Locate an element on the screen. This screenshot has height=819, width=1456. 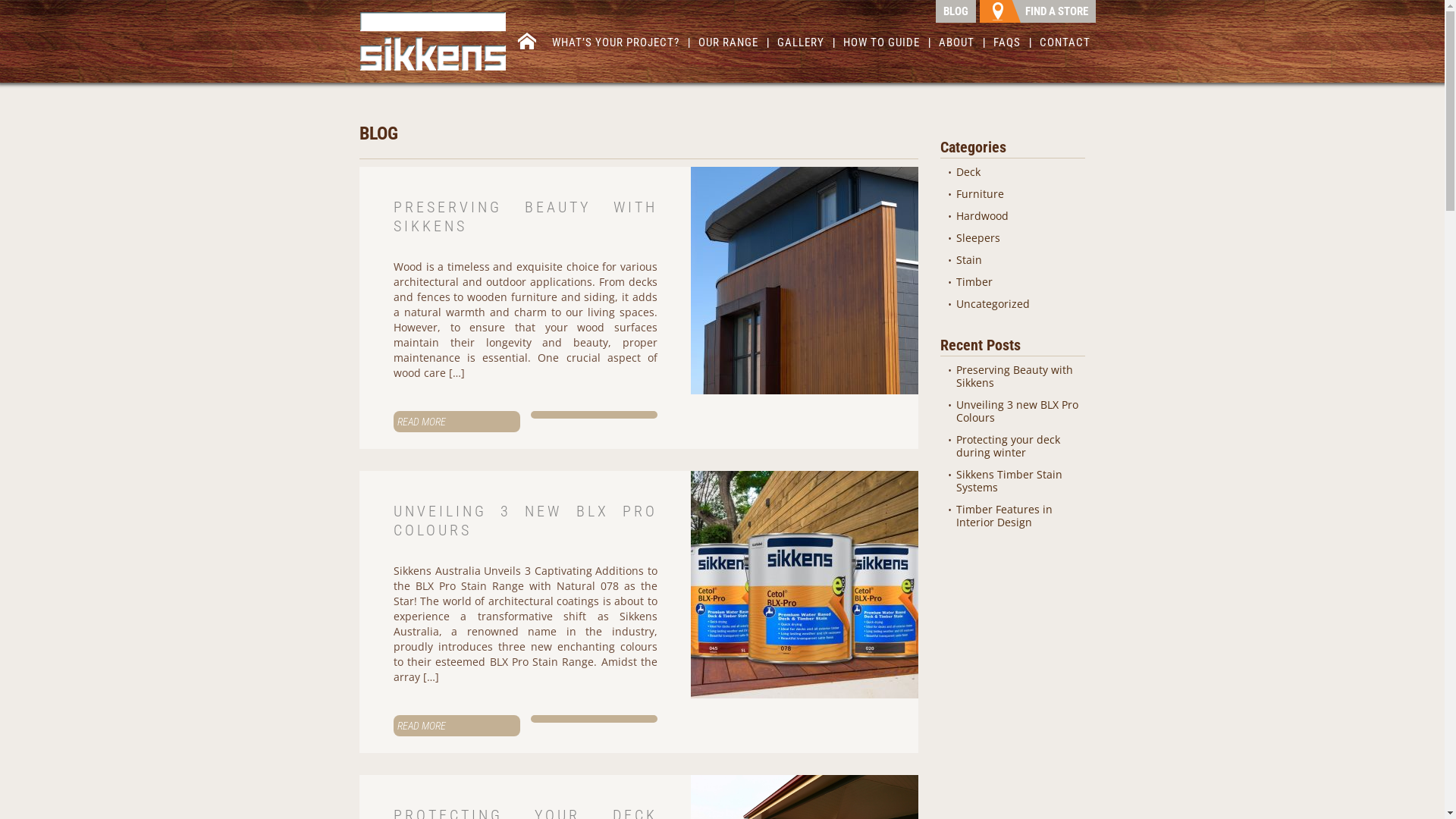
'GALLERY' is located at coordinates (800, 45).